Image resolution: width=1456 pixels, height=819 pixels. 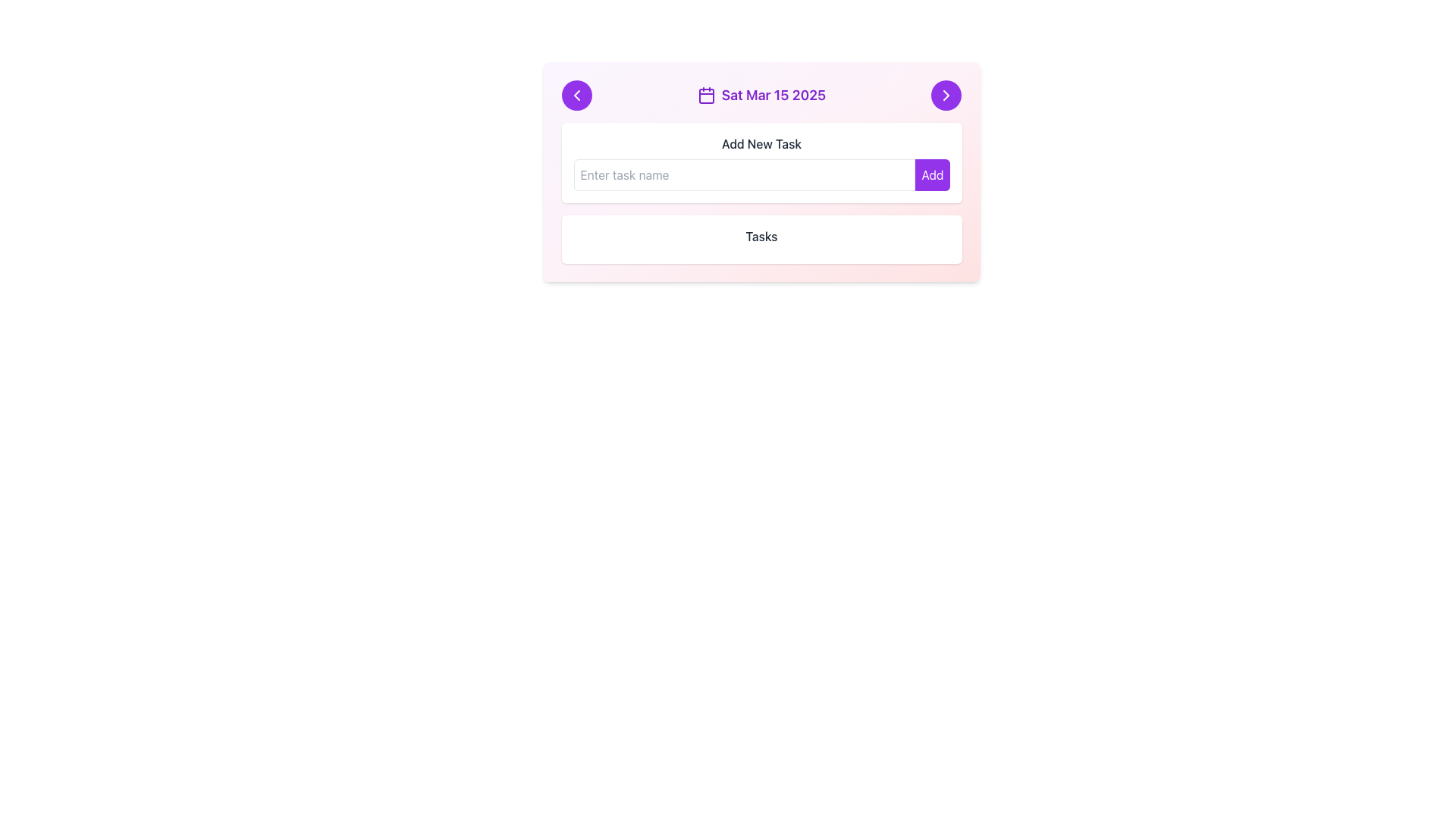 I want to click on the decorative rectangle element within the calendar icon located at the top center of the interface, so click(x=705, y=96).